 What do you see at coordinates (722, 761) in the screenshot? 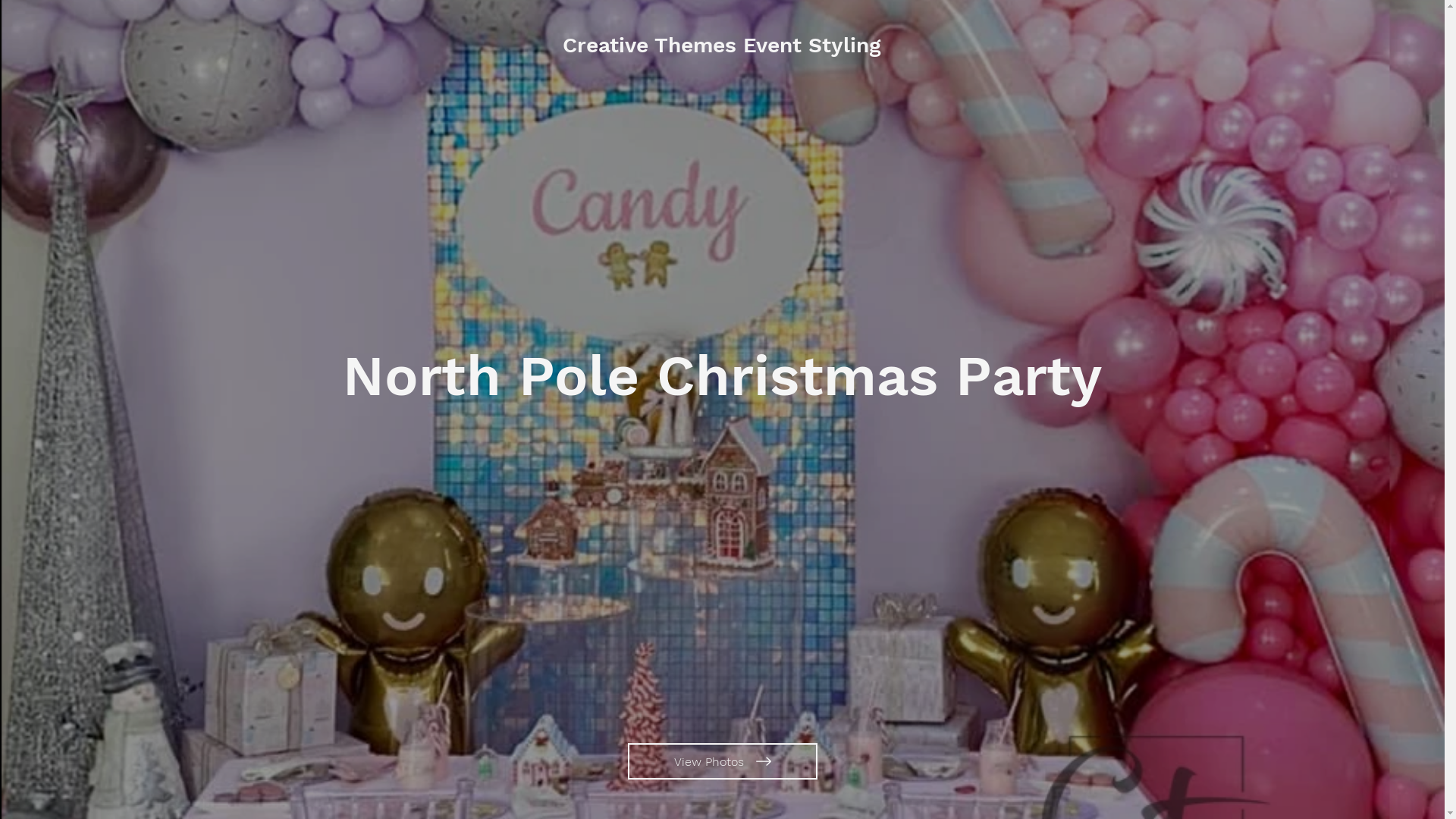
I see `'View Photos'` at bounding box center [722, 761].